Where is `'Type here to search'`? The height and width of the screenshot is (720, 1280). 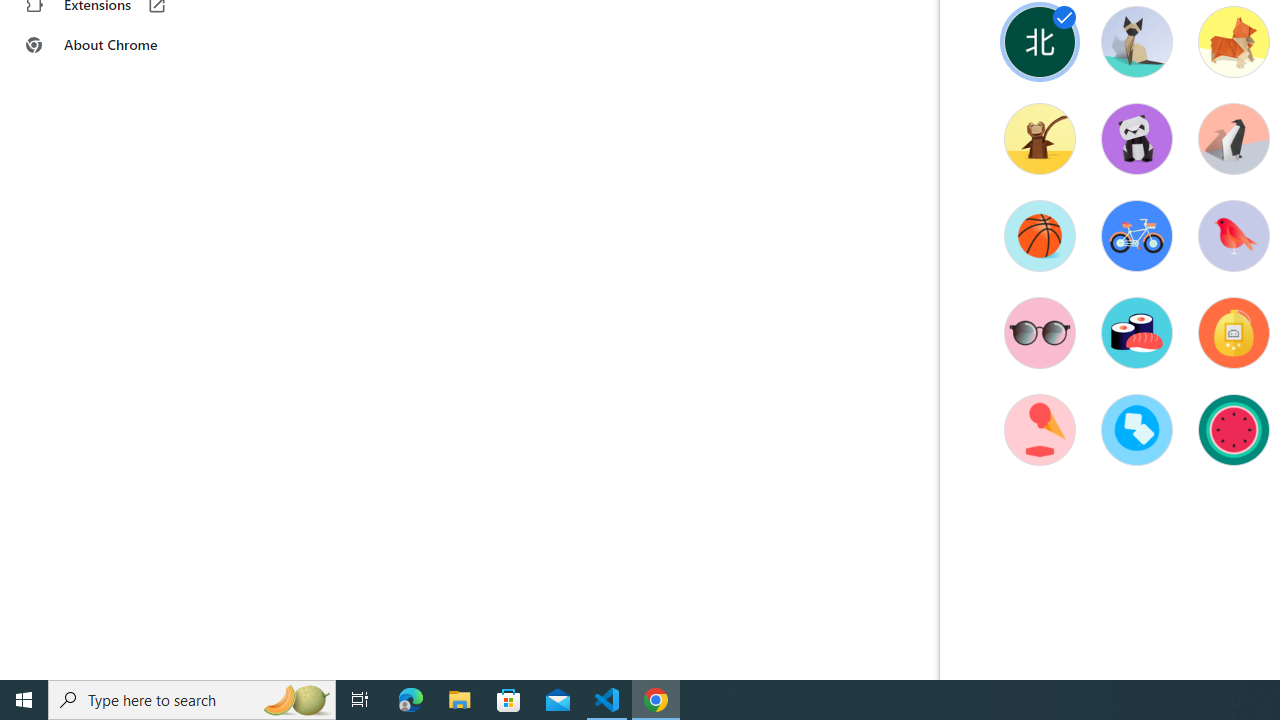 'Type here to search' is located at coordinates (192, 698).